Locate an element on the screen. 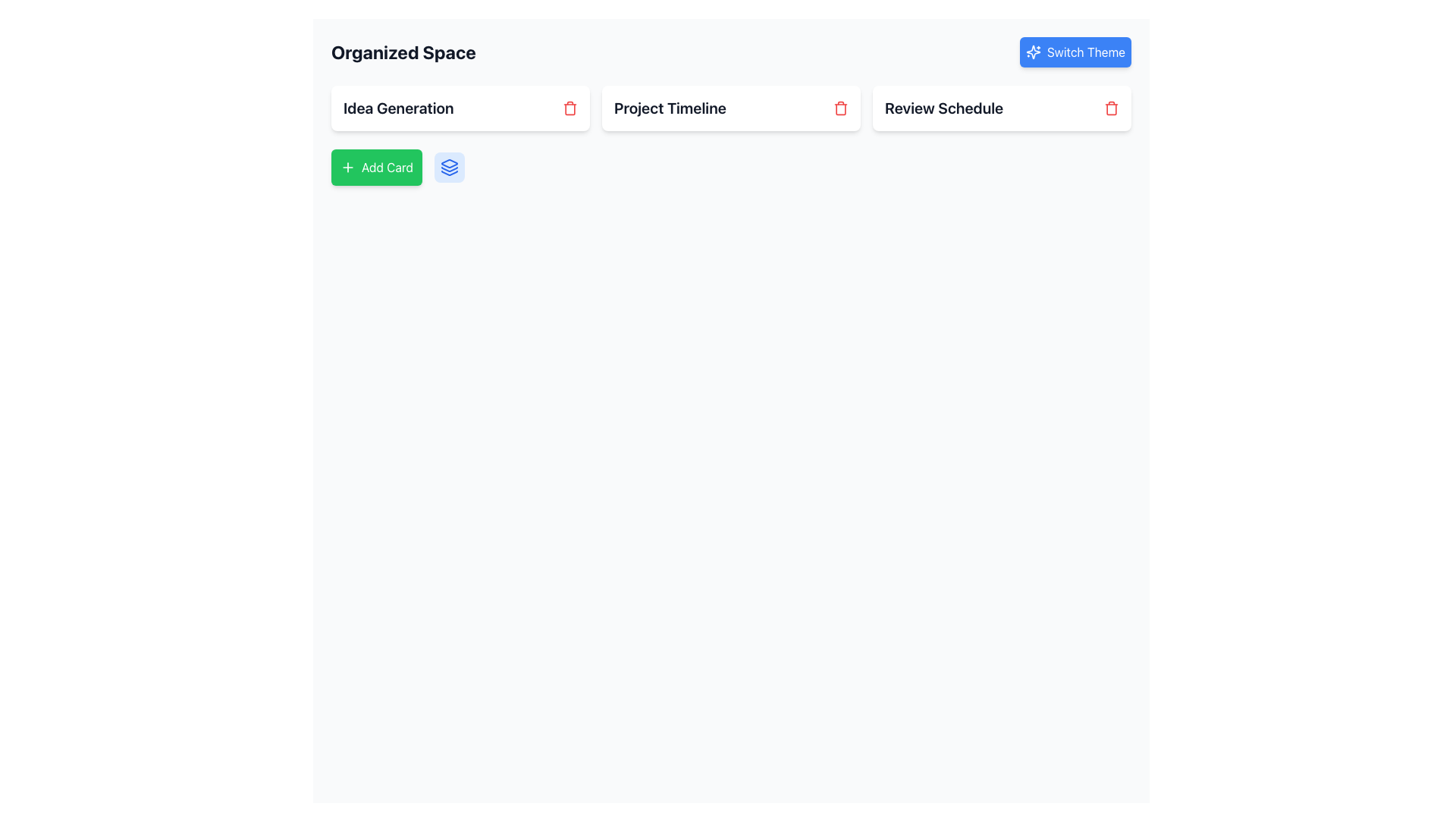  the descriptive title label for the 'Review Schedule' section, which is the third card in a horizontally arranged list of cards is located at coordinates (943, 107).